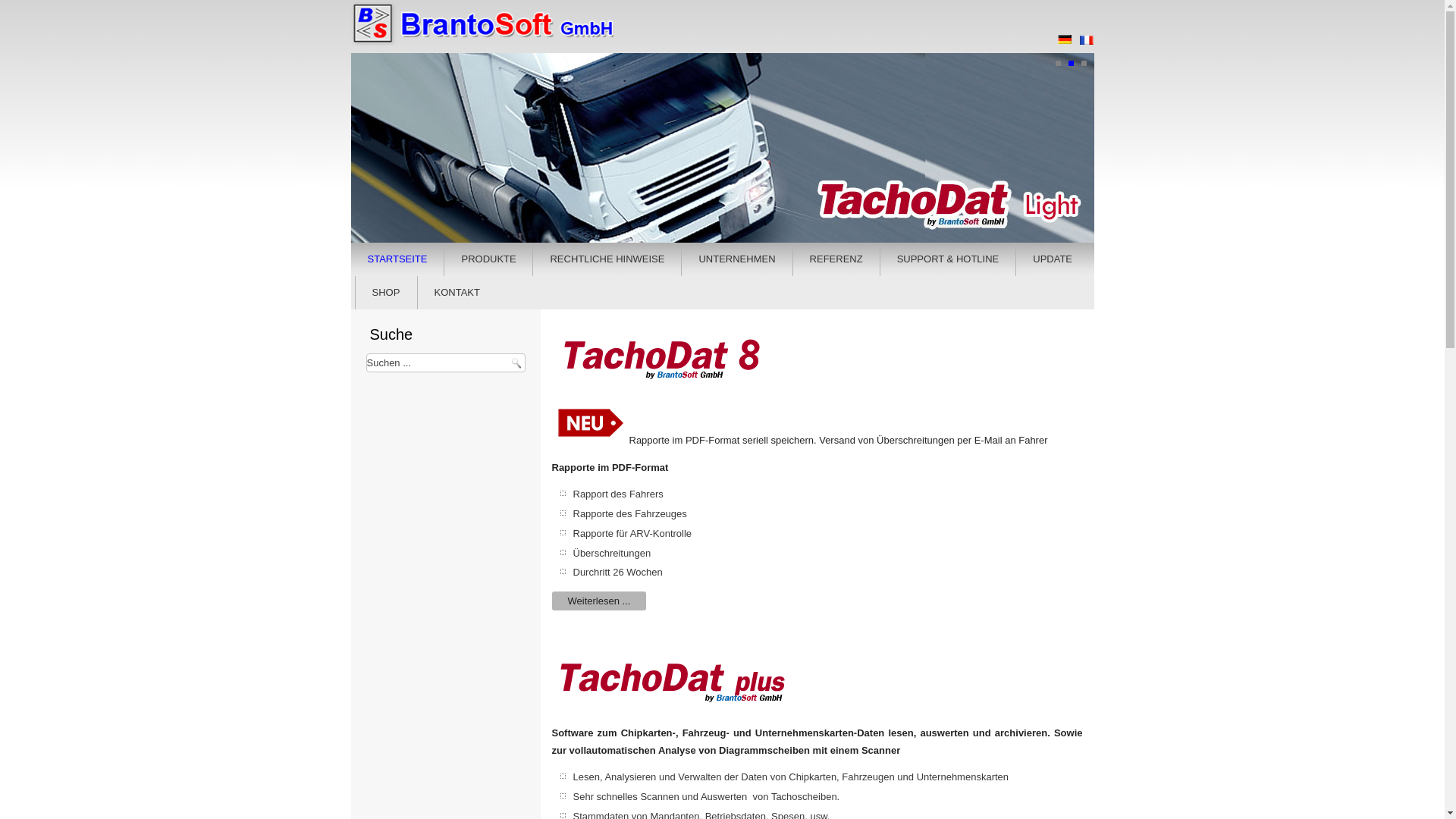  Describe the element at coordinates (836, 259) in the screenshot. I see `'REFERENZ'` at that location.